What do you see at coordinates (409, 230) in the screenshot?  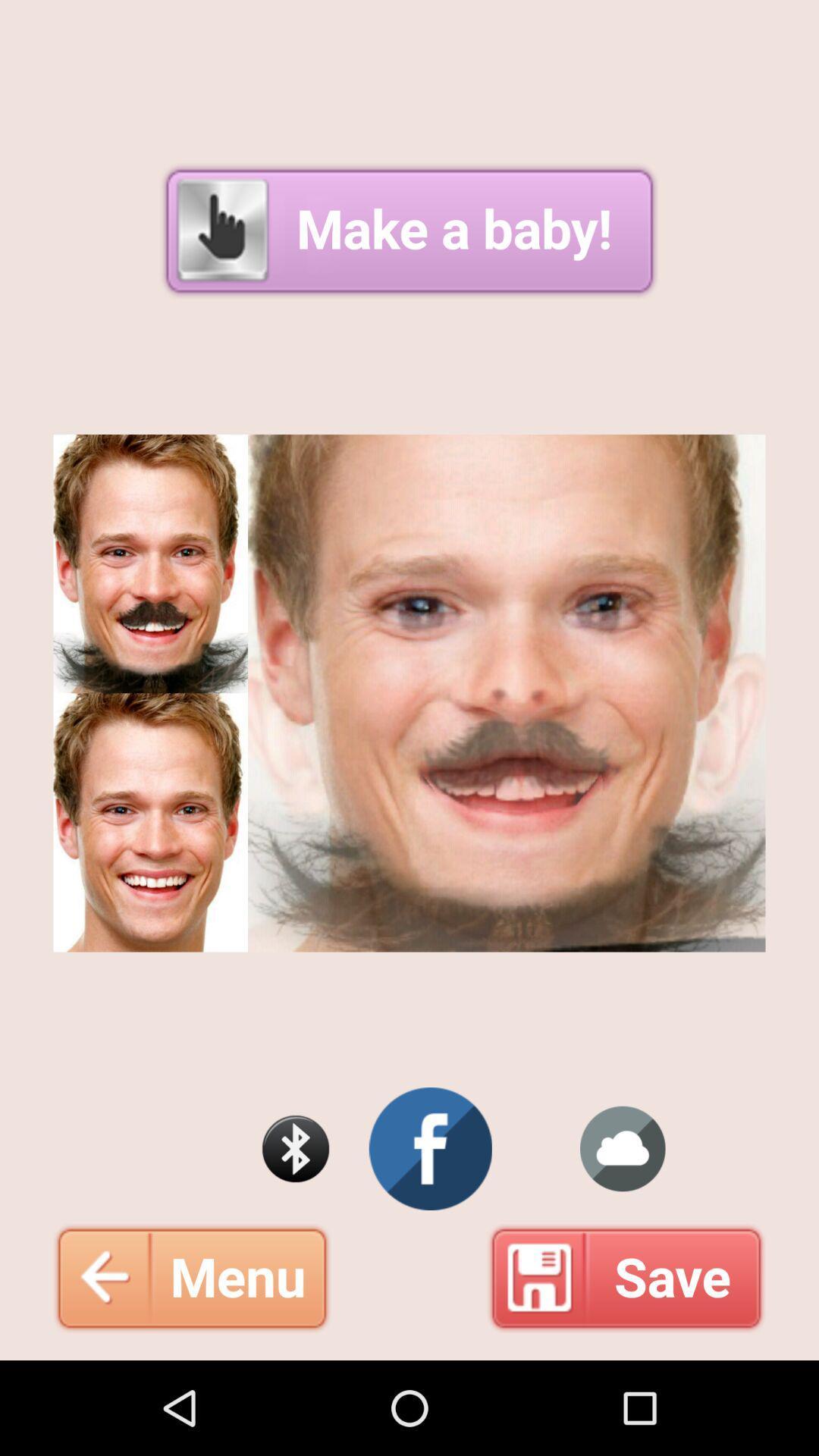 I see `make a baby! item` at bounding box center [409, 230].